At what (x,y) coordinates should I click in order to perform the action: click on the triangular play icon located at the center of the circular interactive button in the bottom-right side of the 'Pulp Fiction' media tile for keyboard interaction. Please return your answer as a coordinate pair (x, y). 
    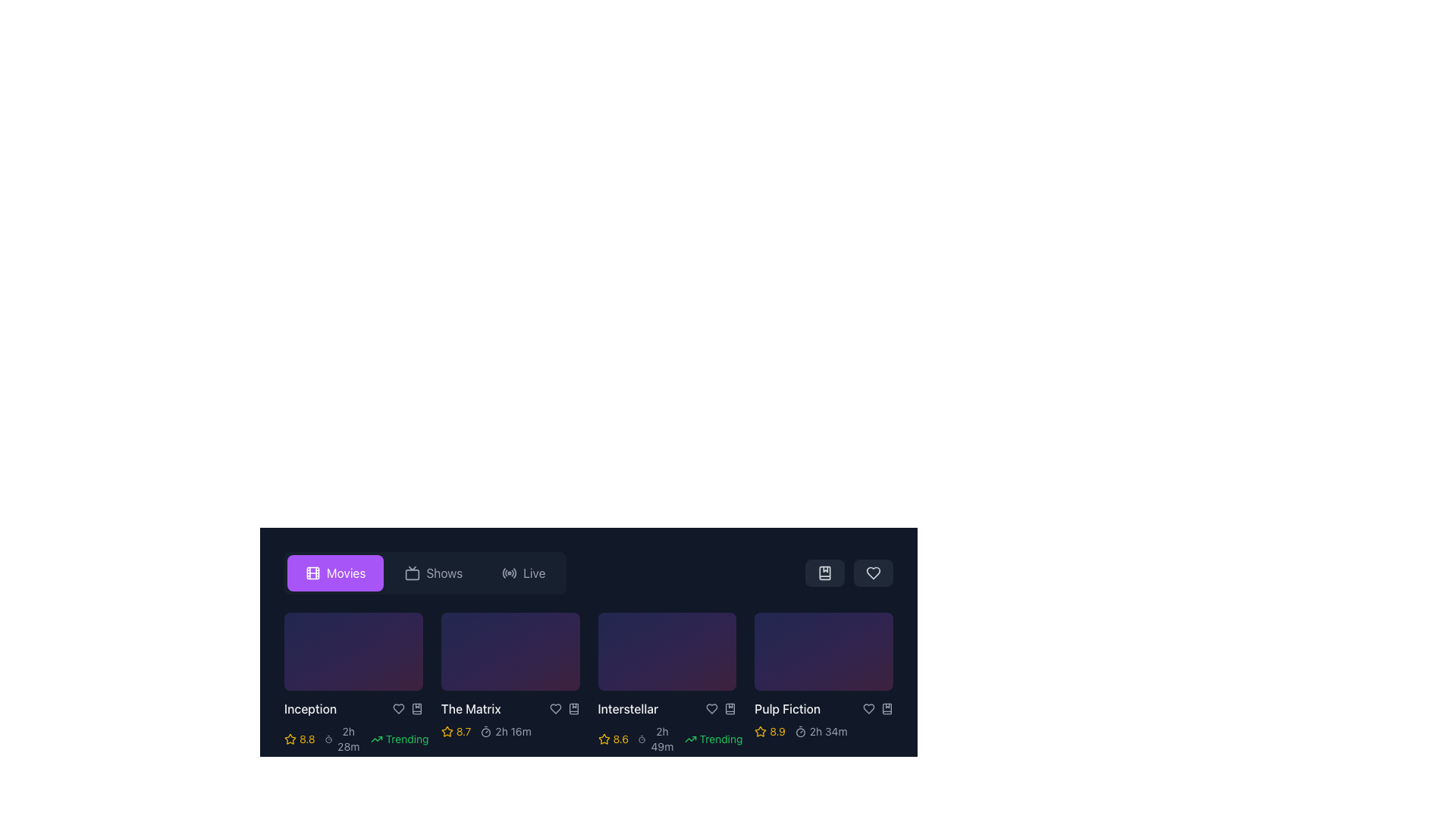
    Looking at the image, I should click on (823, 683).